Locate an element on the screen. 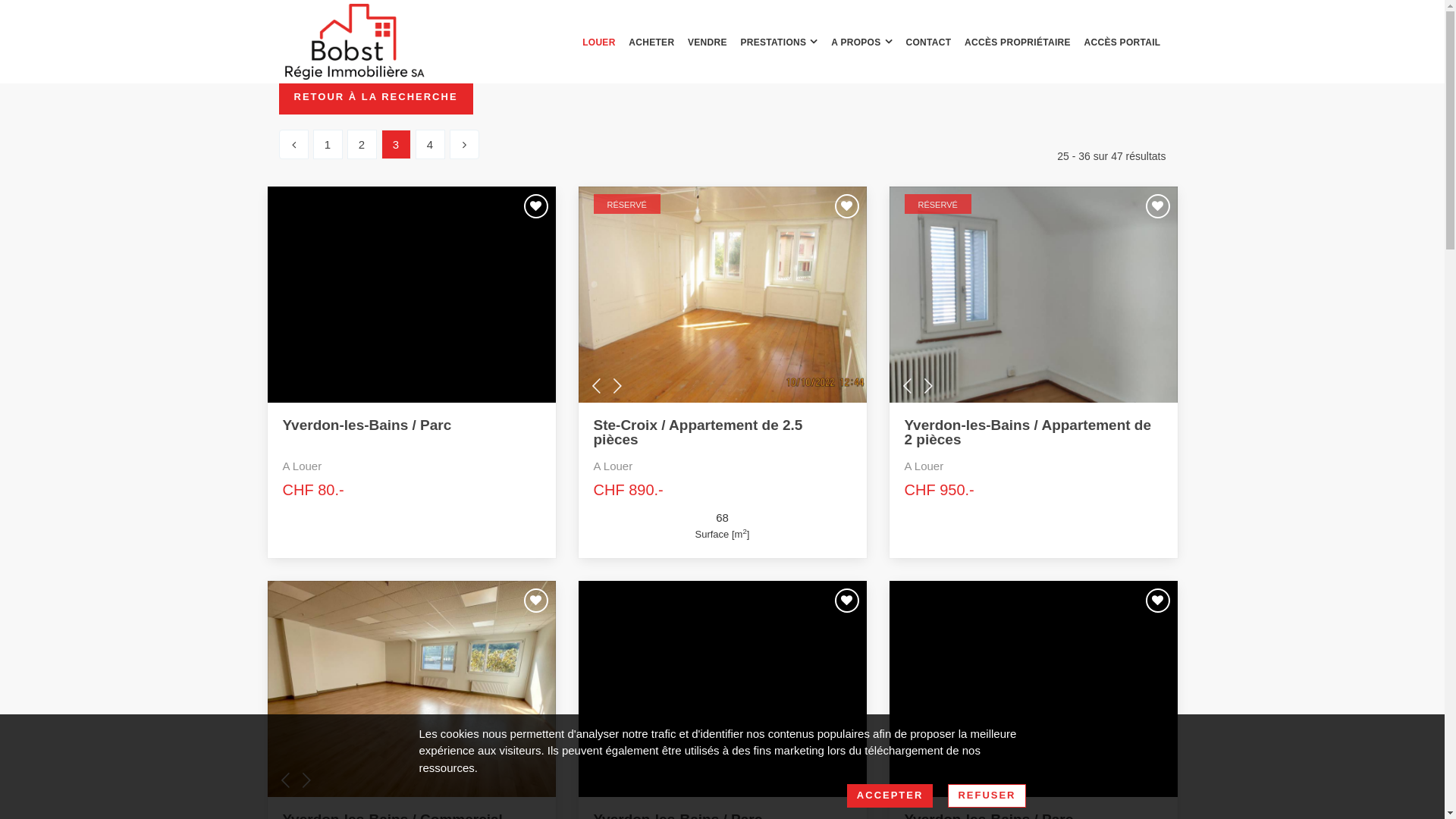 This screenshot has height=819, width=1456. 'A PROPOS' is located at coordinates (861, 42).